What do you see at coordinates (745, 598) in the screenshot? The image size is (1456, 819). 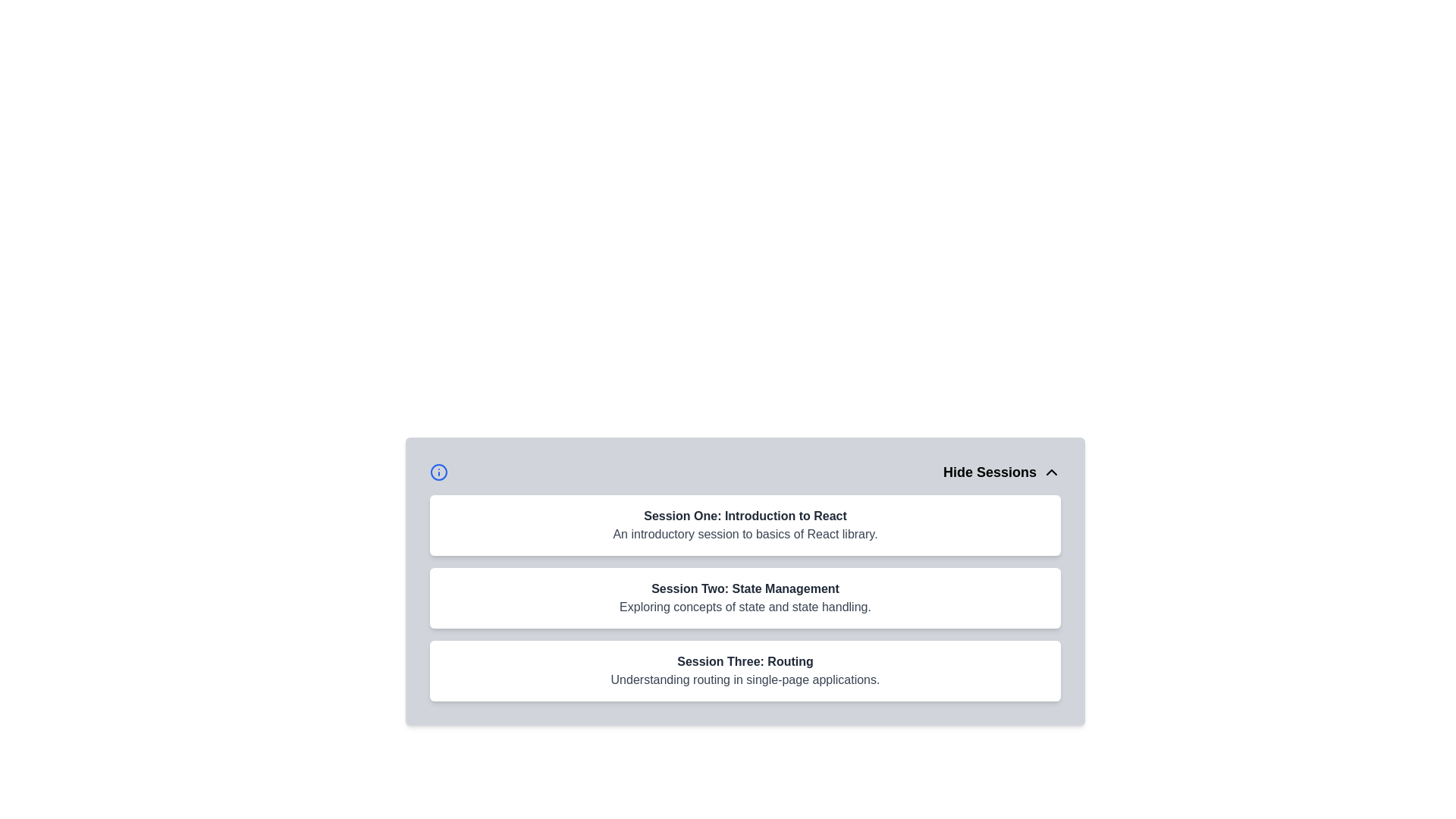 I see `information provided in the informative text block about 'Session Two', which is the second block in a vertical list of session descriptions` at bounding box center [745, 598].